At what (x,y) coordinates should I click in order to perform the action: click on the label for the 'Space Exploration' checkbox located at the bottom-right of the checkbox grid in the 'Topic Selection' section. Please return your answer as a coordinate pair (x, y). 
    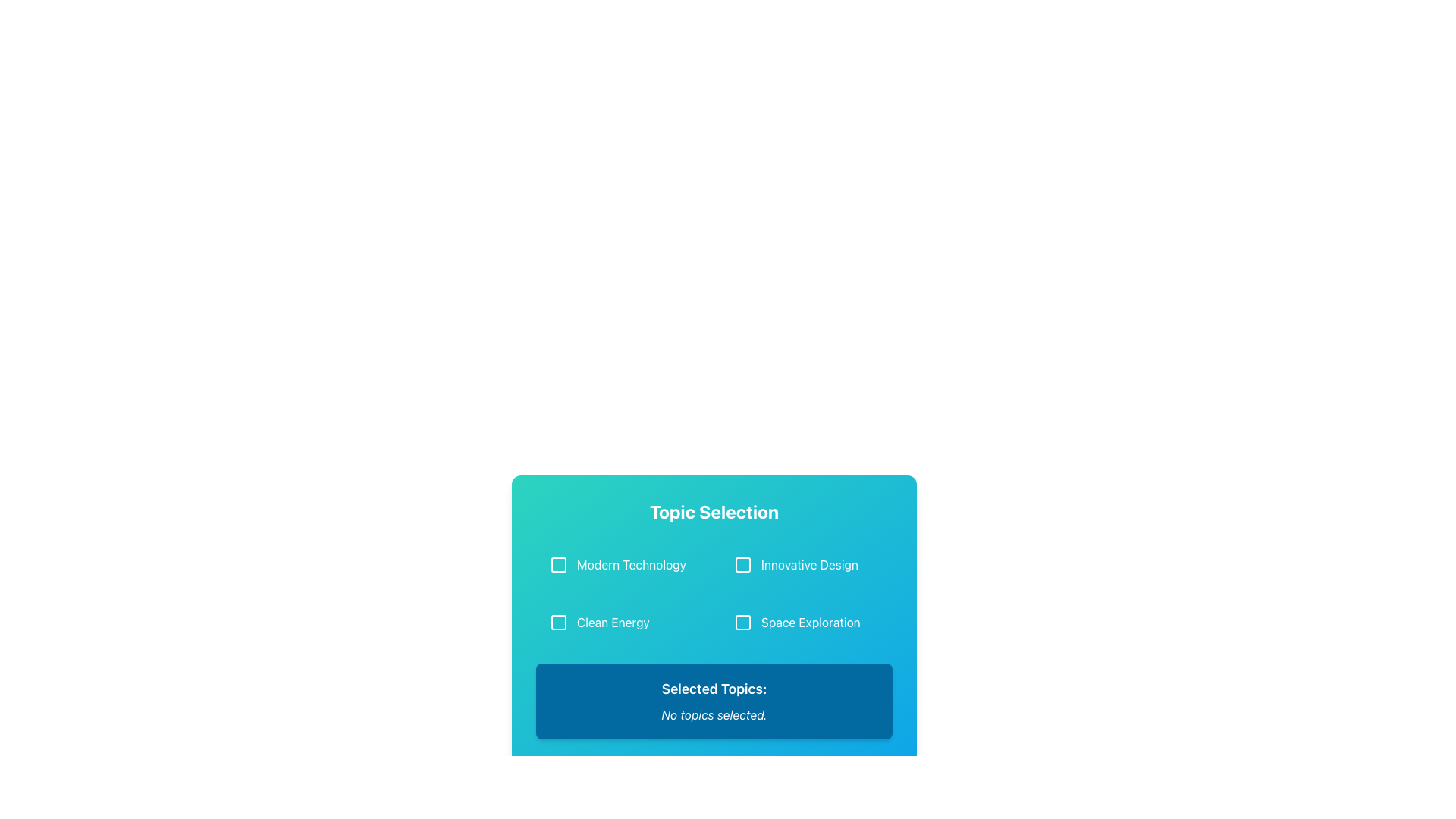
    Looking at the image, I should click on (810, 623).